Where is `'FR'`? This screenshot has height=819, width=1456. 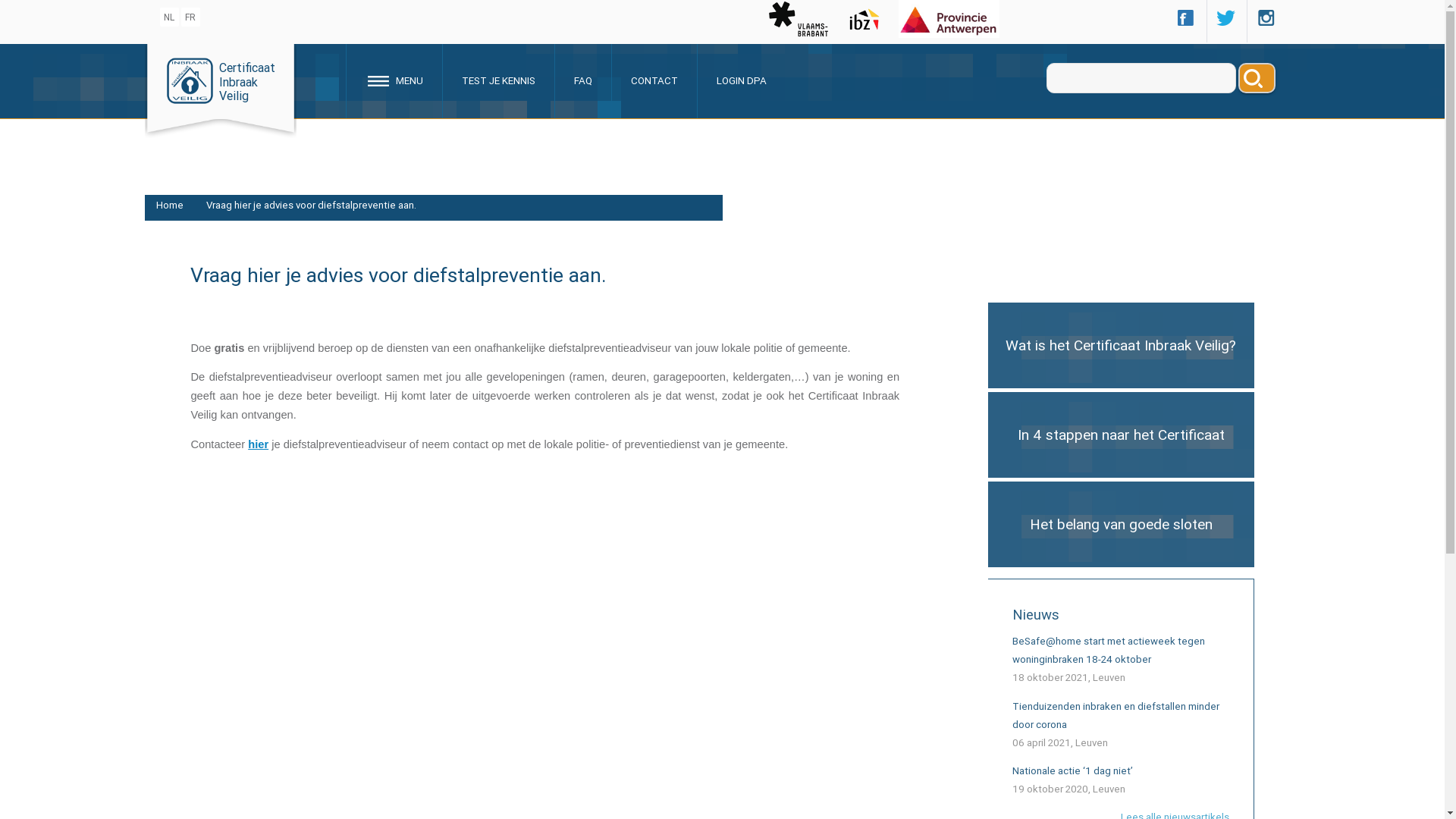
'FR' is located at coordinates (190, 17).